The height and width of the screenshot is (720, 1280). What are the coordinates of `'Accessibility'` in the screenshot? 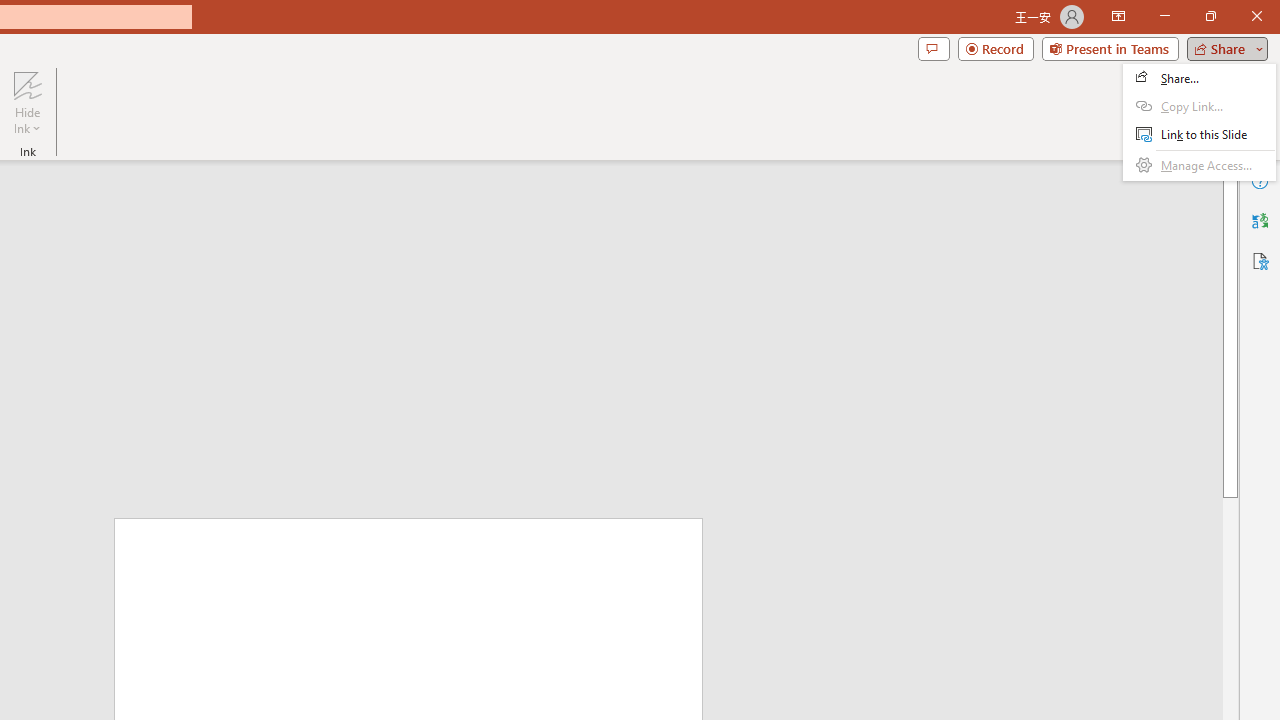 It's located at (1259, 260).